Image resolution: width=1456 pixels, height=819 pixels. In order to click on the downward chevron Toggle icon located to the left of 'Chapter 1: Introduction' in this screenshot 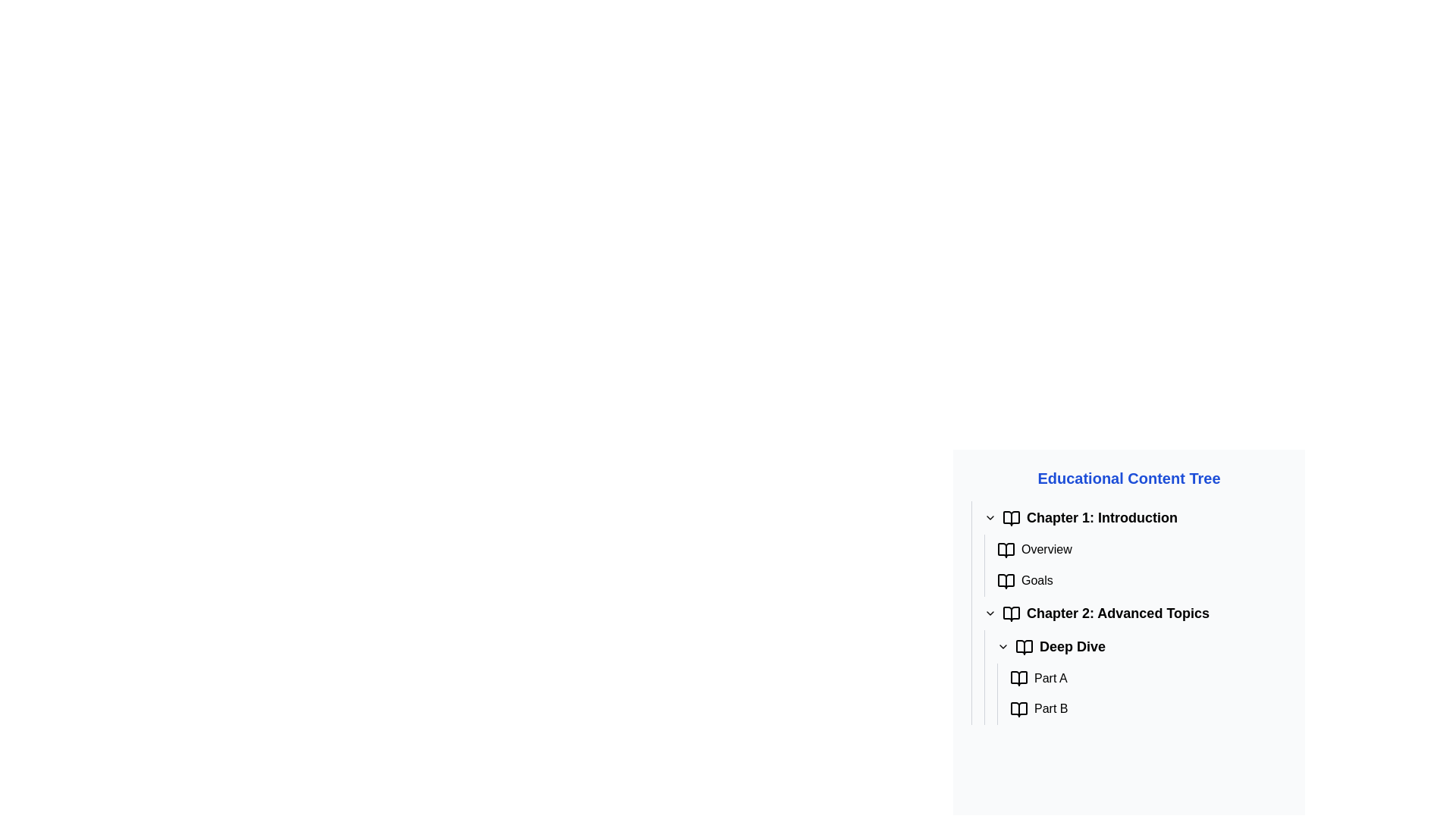, I will do `click(990, 516)`.